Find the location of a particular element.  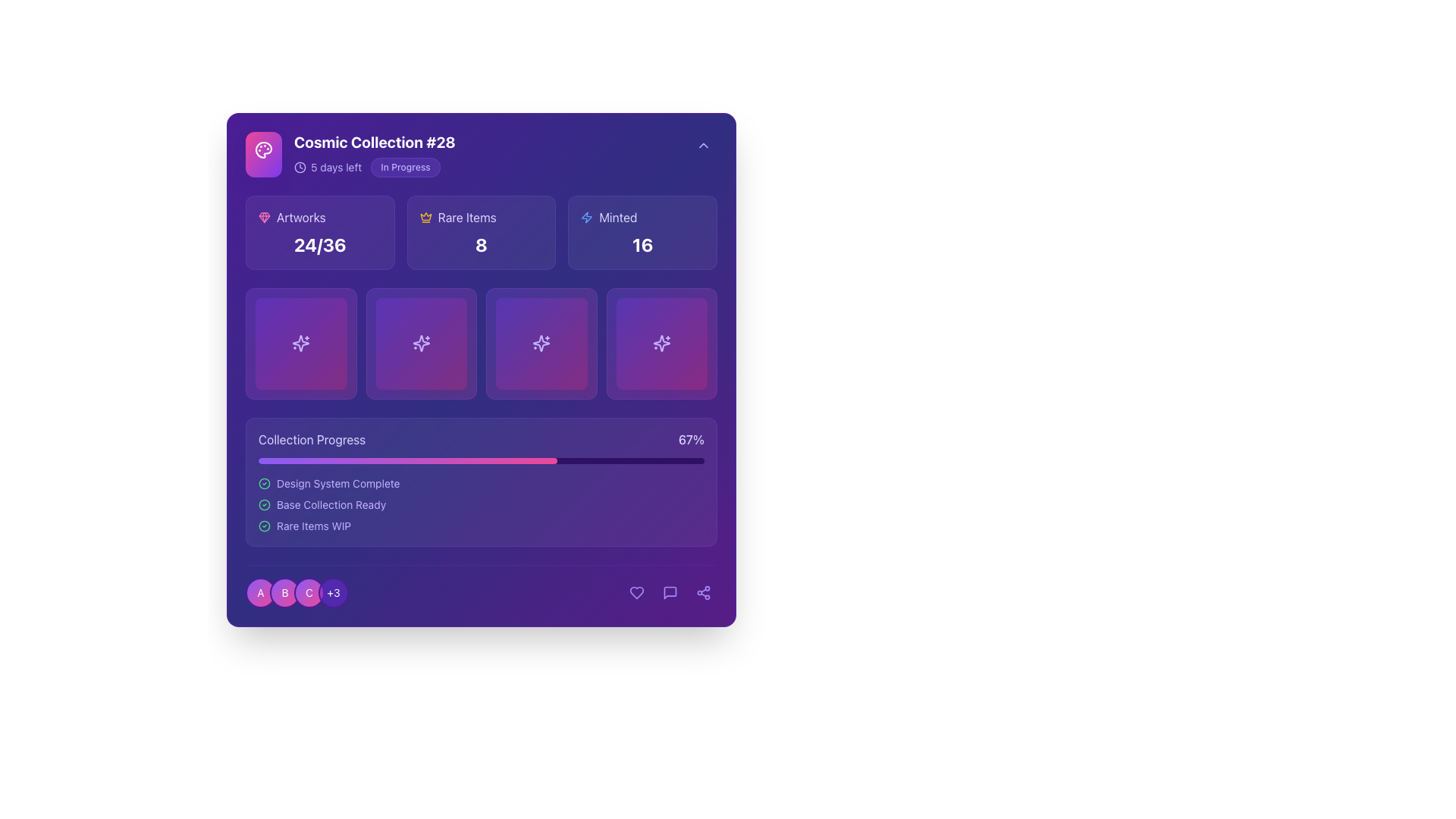

the Text Label indicating the status of the 'Base Collection' in the 'Collection Progress' panel is located at coordinates (331, 504).